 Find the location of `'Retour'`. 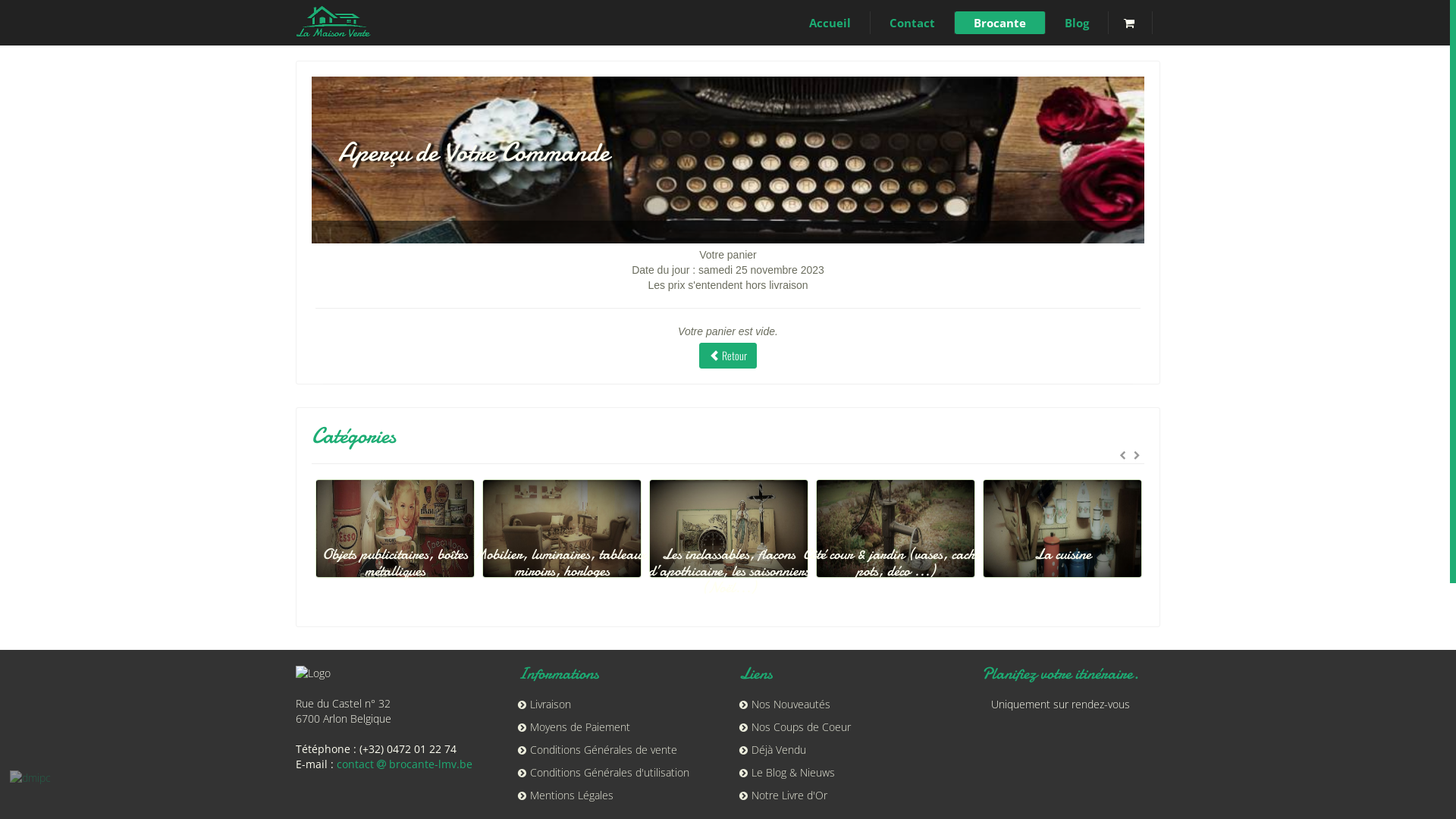

'Retour' is located at coordinates (728, 356).